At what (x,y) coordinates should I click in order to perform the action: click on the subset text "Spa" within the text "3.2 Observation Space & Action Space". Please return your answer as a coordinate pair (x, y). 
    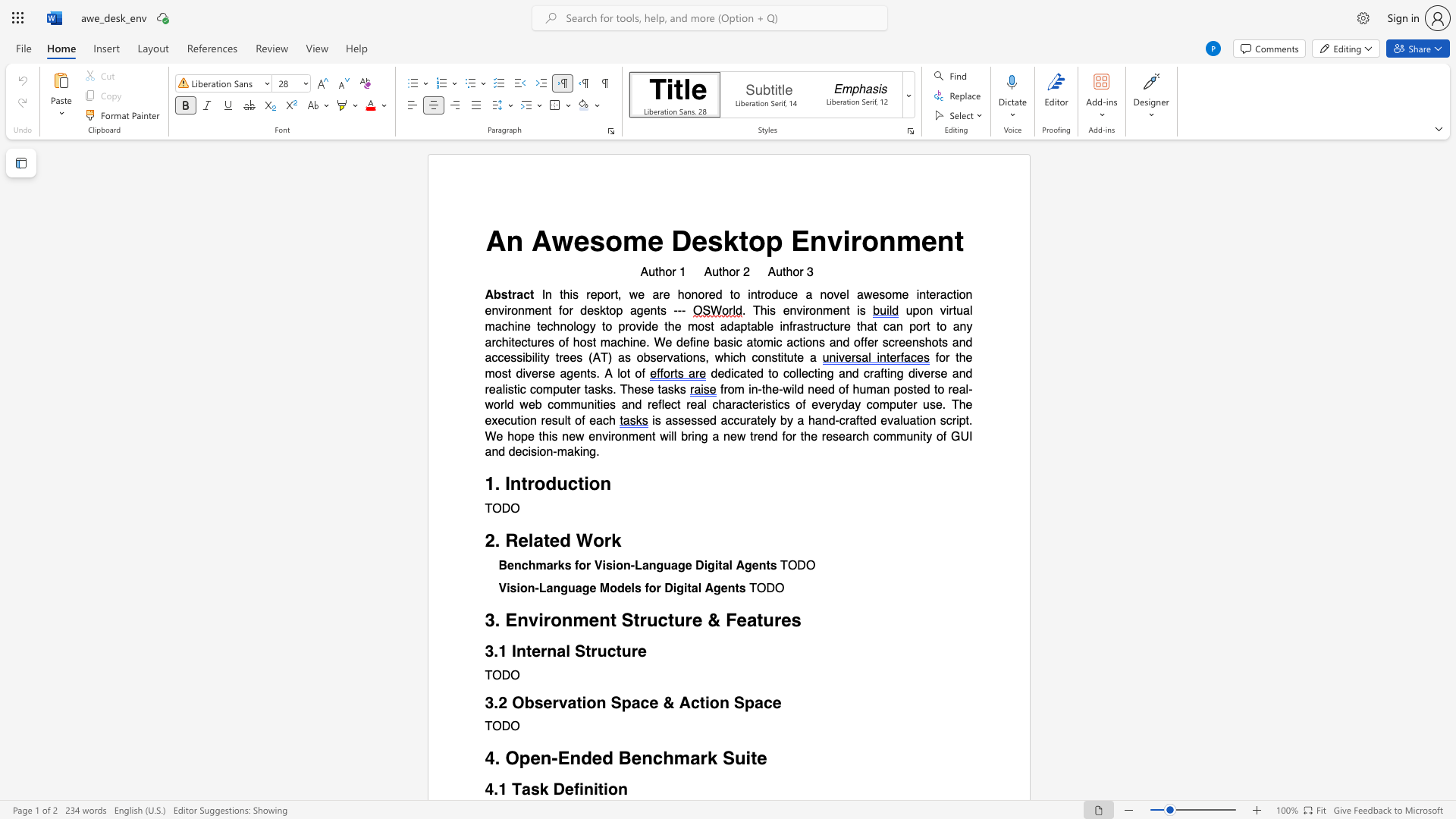
    Looking at the image, I should click on (733, 702).